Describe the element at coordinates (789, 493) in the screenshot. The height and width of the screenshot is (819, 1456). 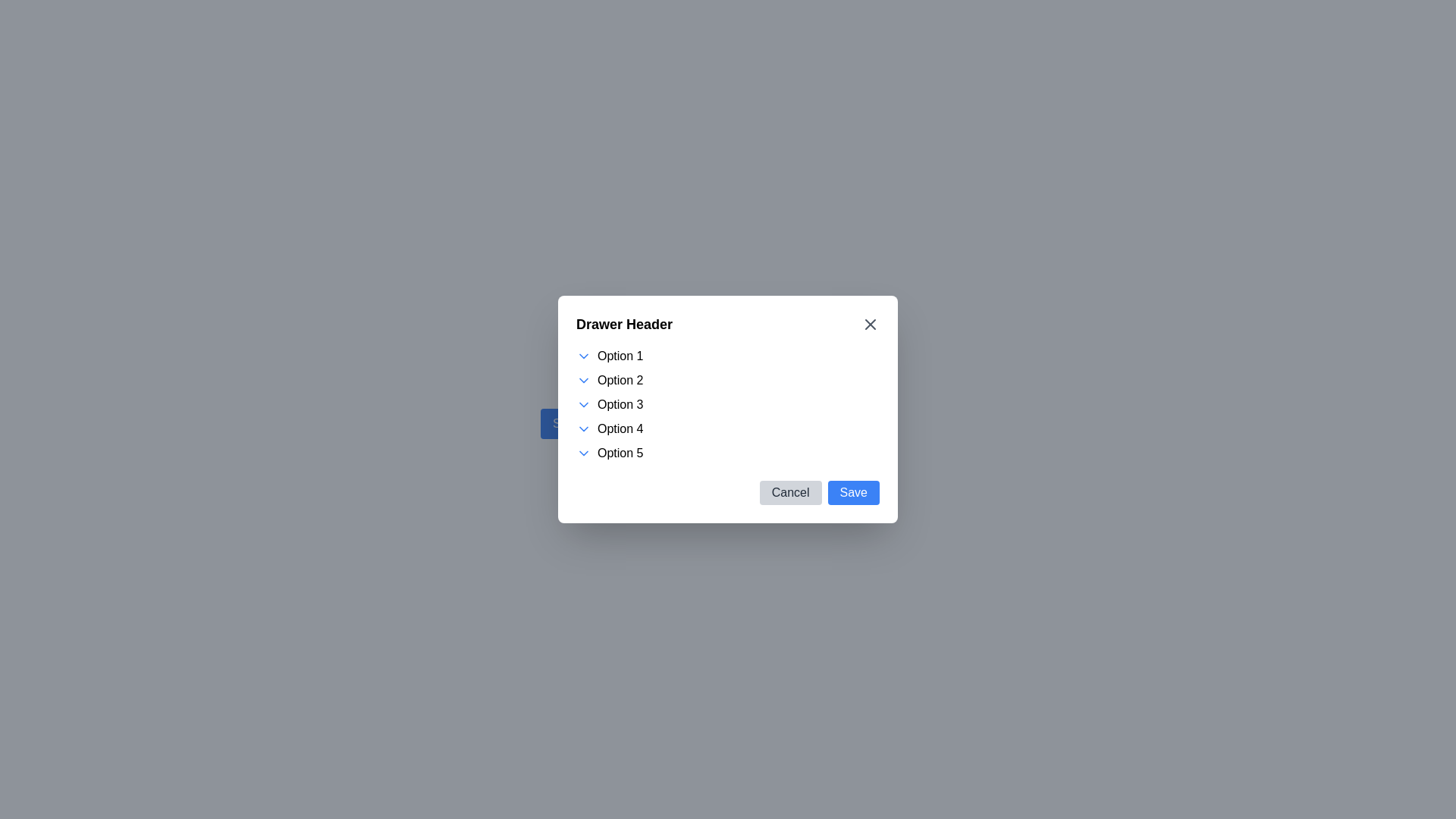
I see `the 'Cancel' button located in the bottom-right corner of the modal dialog box, positioned to the left of the 'Save' button` at that location.